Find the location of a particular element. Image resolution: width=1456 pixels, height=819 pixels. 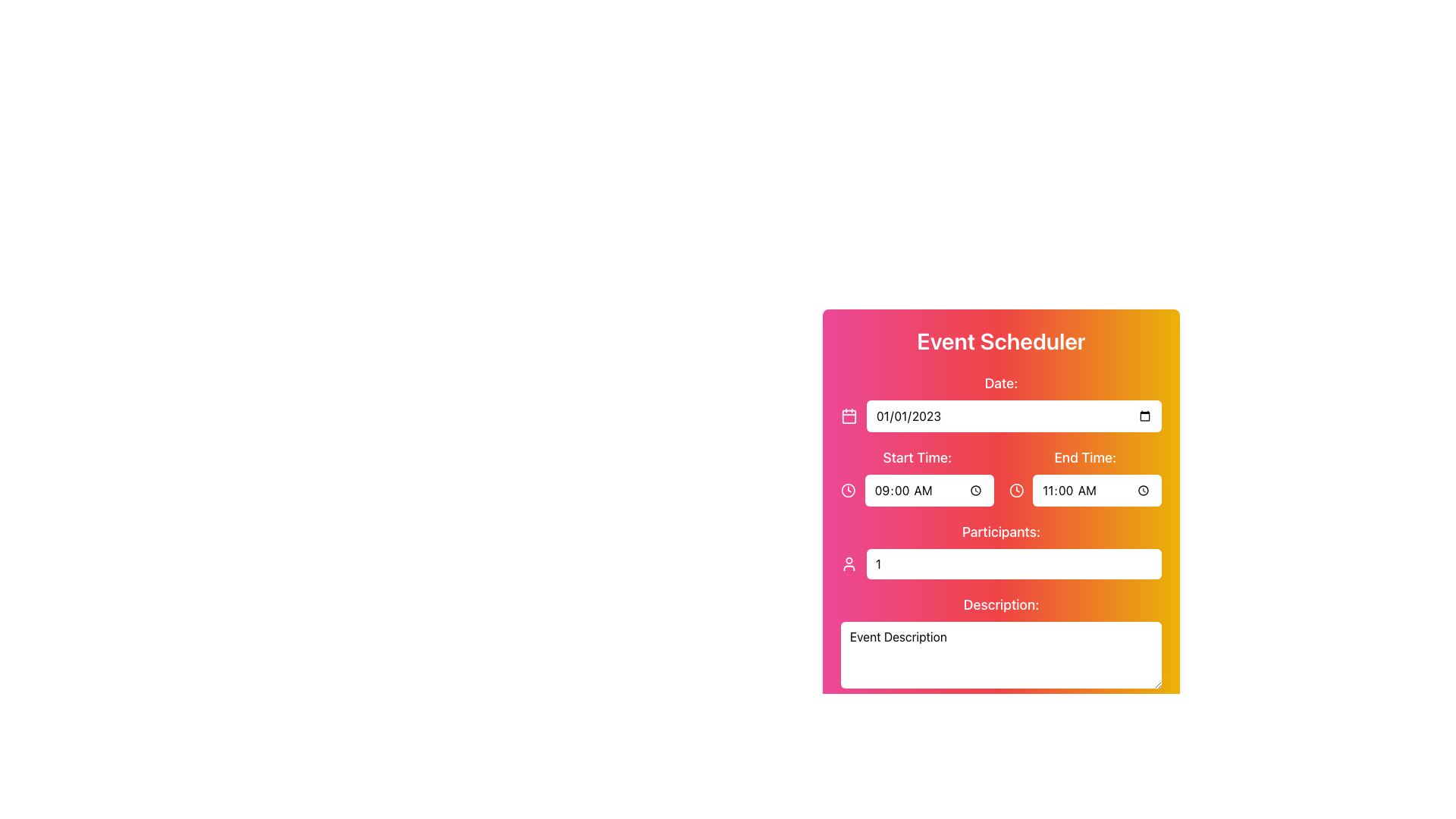

the Date Input Field in the 'Event Scheduler' form to focus on it is located at coordinates (1014, 416).